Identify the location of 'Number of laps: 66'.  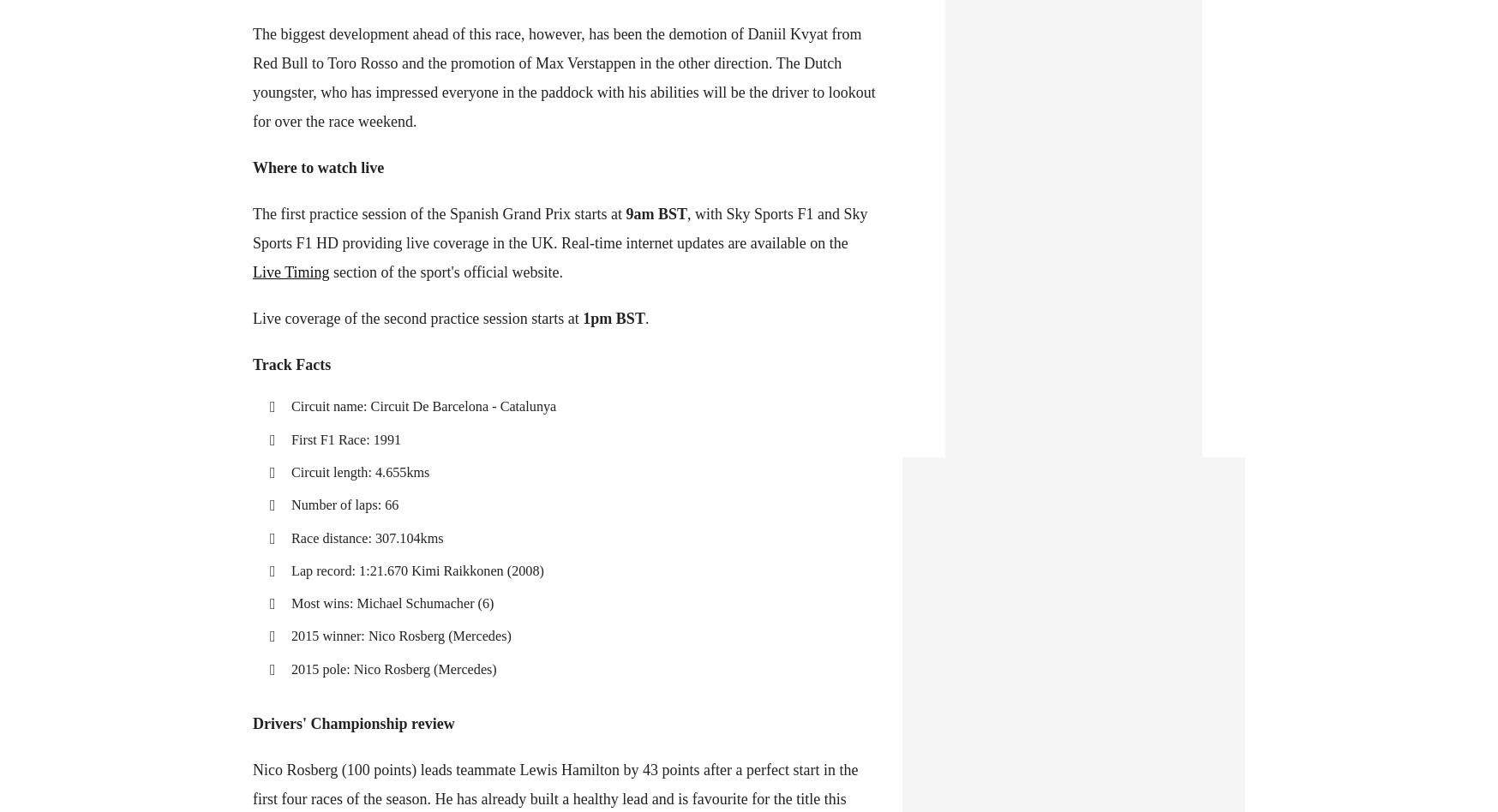
(345, 505).